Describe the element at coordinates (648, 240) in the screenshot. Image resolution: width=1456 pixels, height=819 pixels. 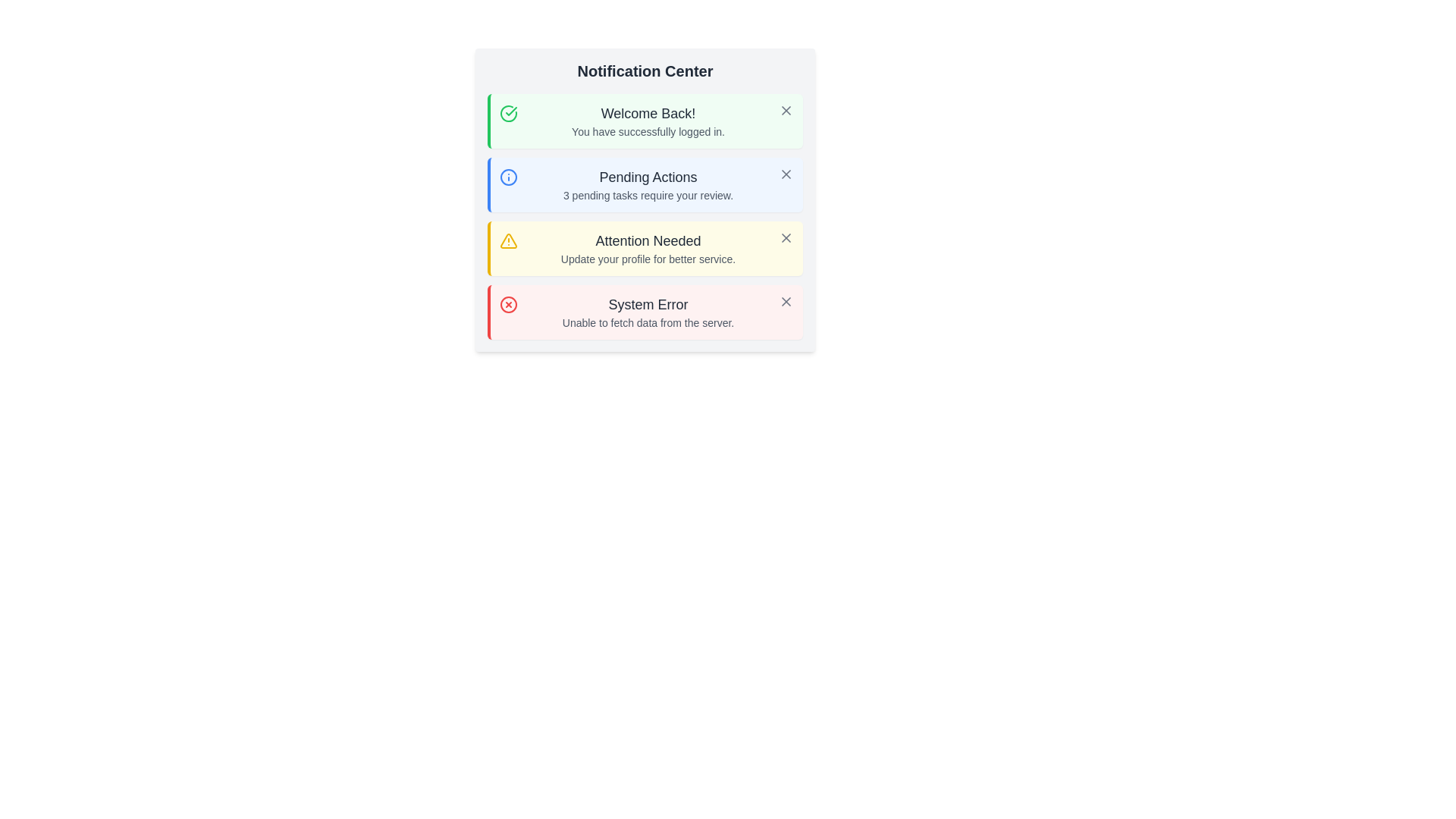
I see `text label 'Attention Needed' located in the third notification box of the 'Notification Center' panel, which is prominently styled in bold and dark gray color` at that location.